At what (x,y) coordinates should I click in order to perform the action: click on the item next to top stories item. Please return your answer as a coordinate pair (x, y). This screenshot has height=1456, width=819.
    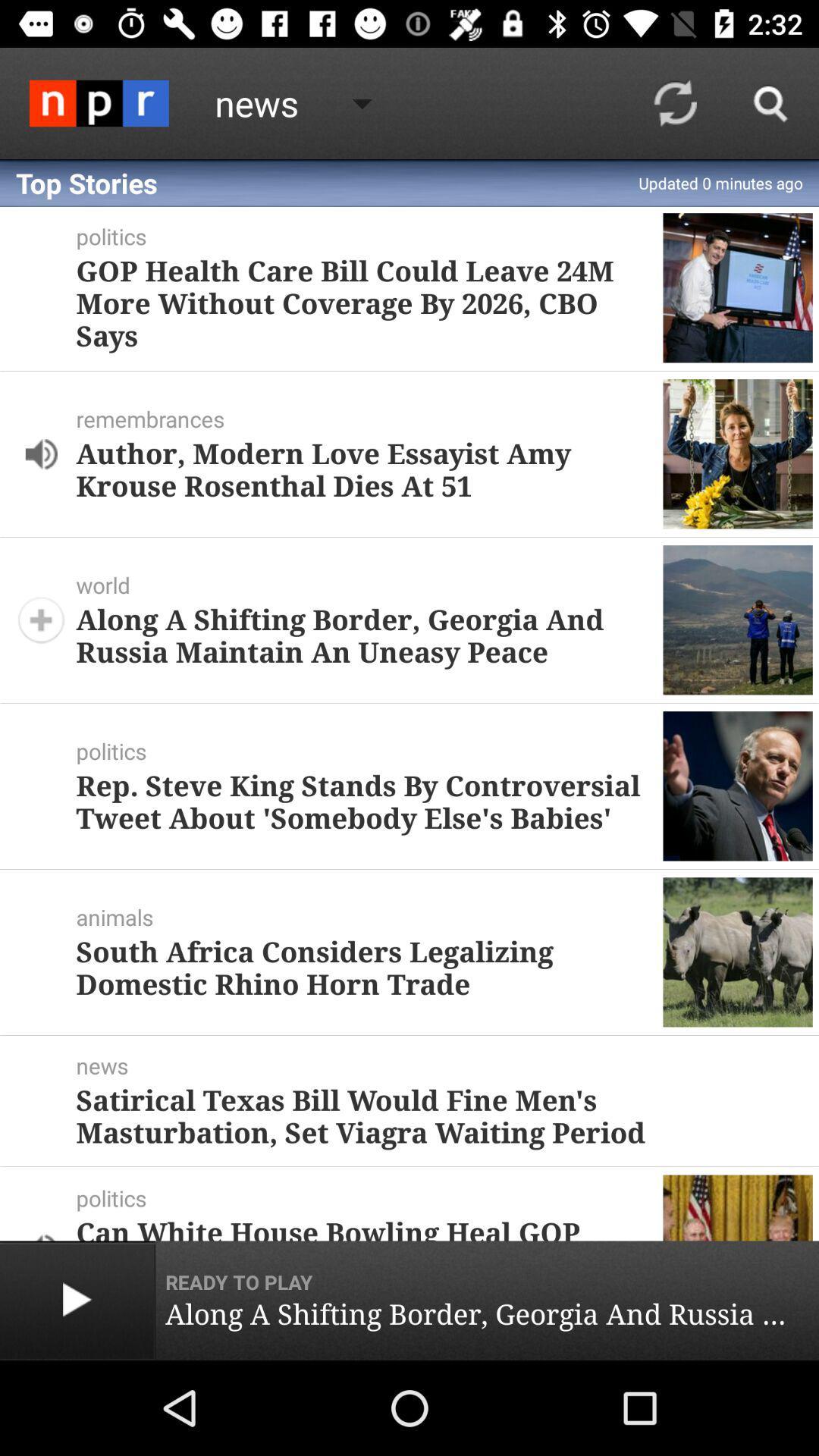
    Looking at the image, I should click on (675, 102).